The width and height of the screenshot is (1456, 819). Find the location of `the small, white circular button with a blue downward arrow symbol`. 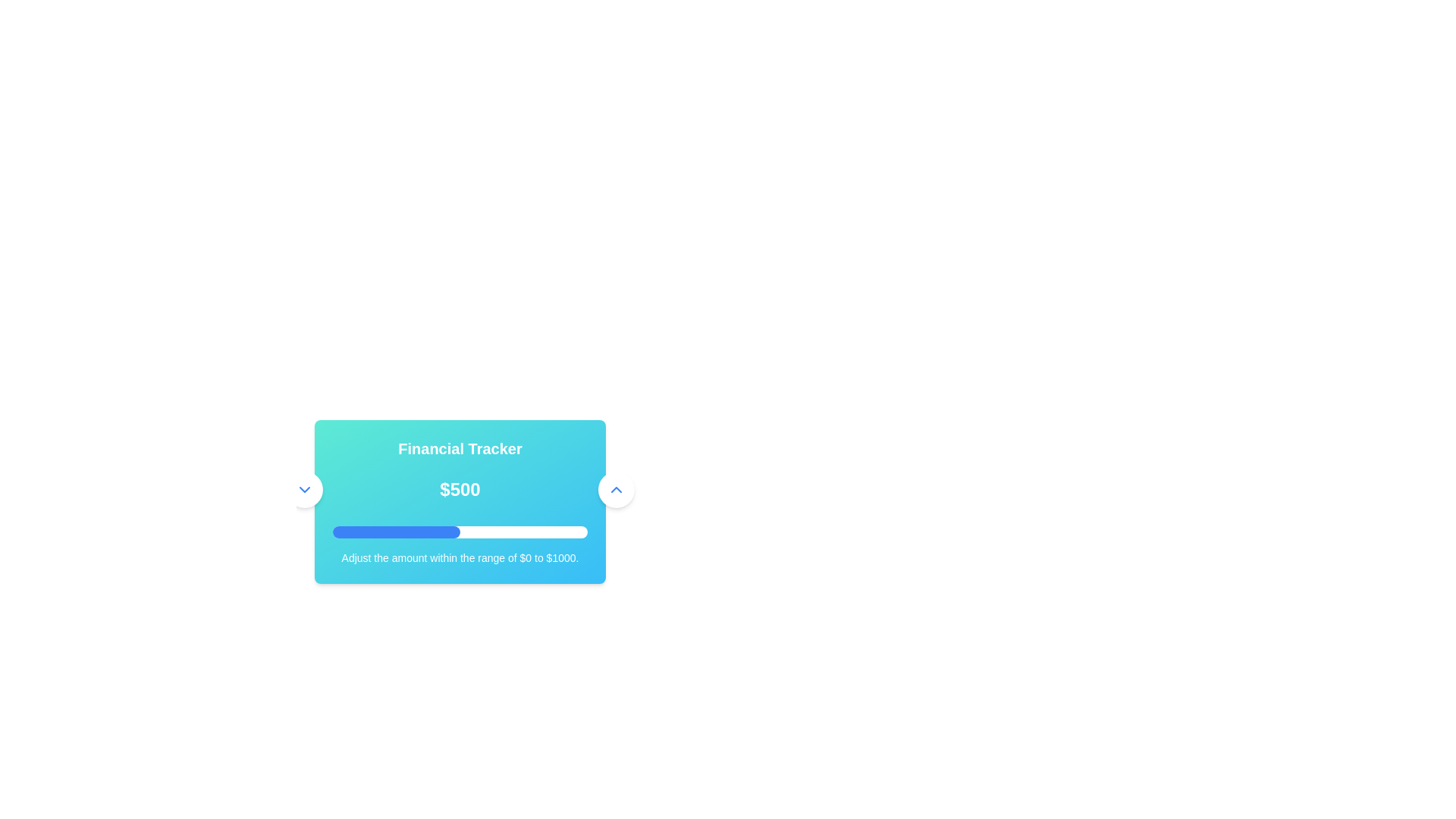

the small, white circular button with a blue downward arrow symbol is located at coordinates (303, 489).